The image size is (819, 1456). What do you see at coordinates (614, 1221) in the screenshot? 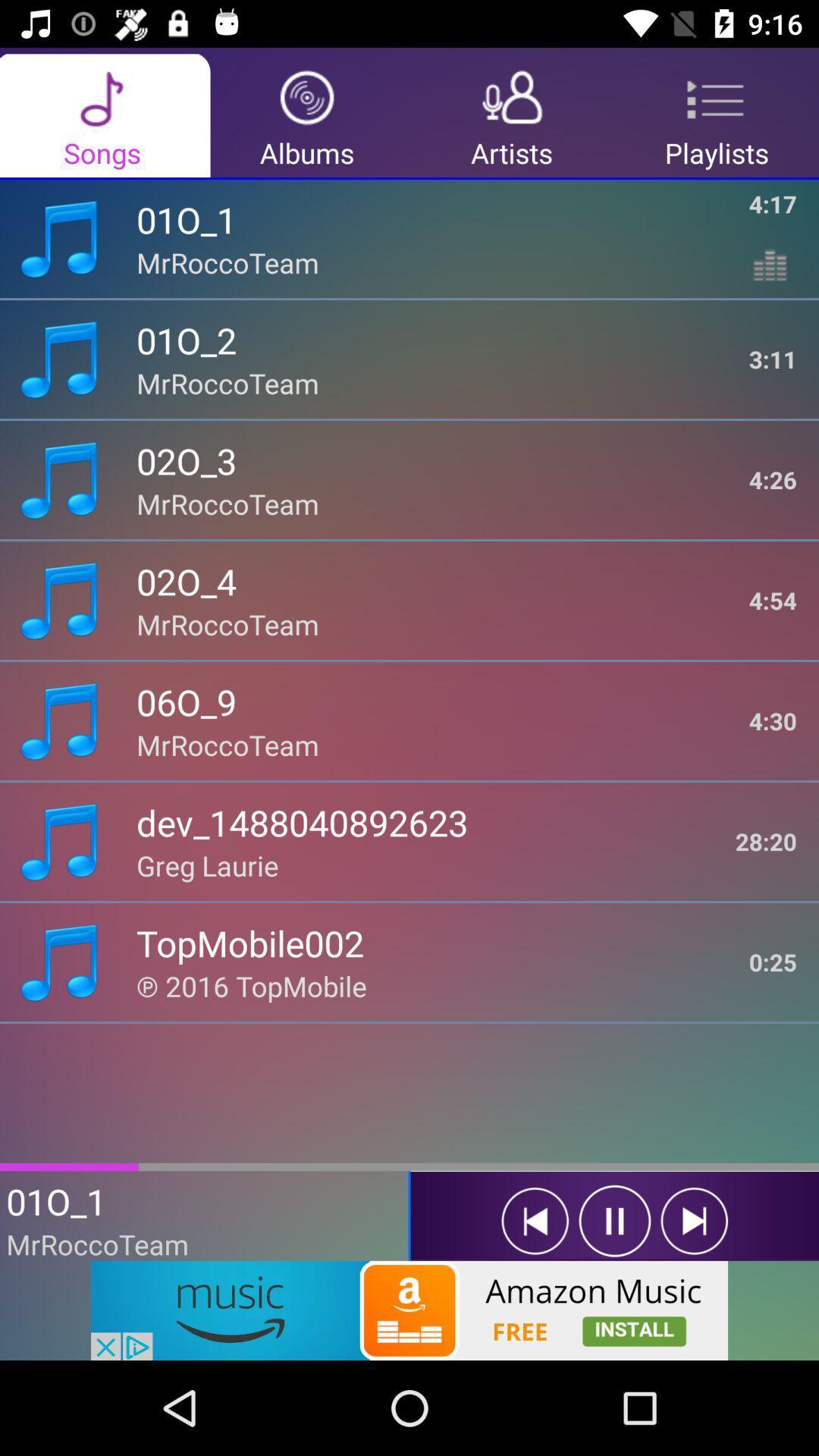
I see `the pause icon` at bounding box center [614, 1221].